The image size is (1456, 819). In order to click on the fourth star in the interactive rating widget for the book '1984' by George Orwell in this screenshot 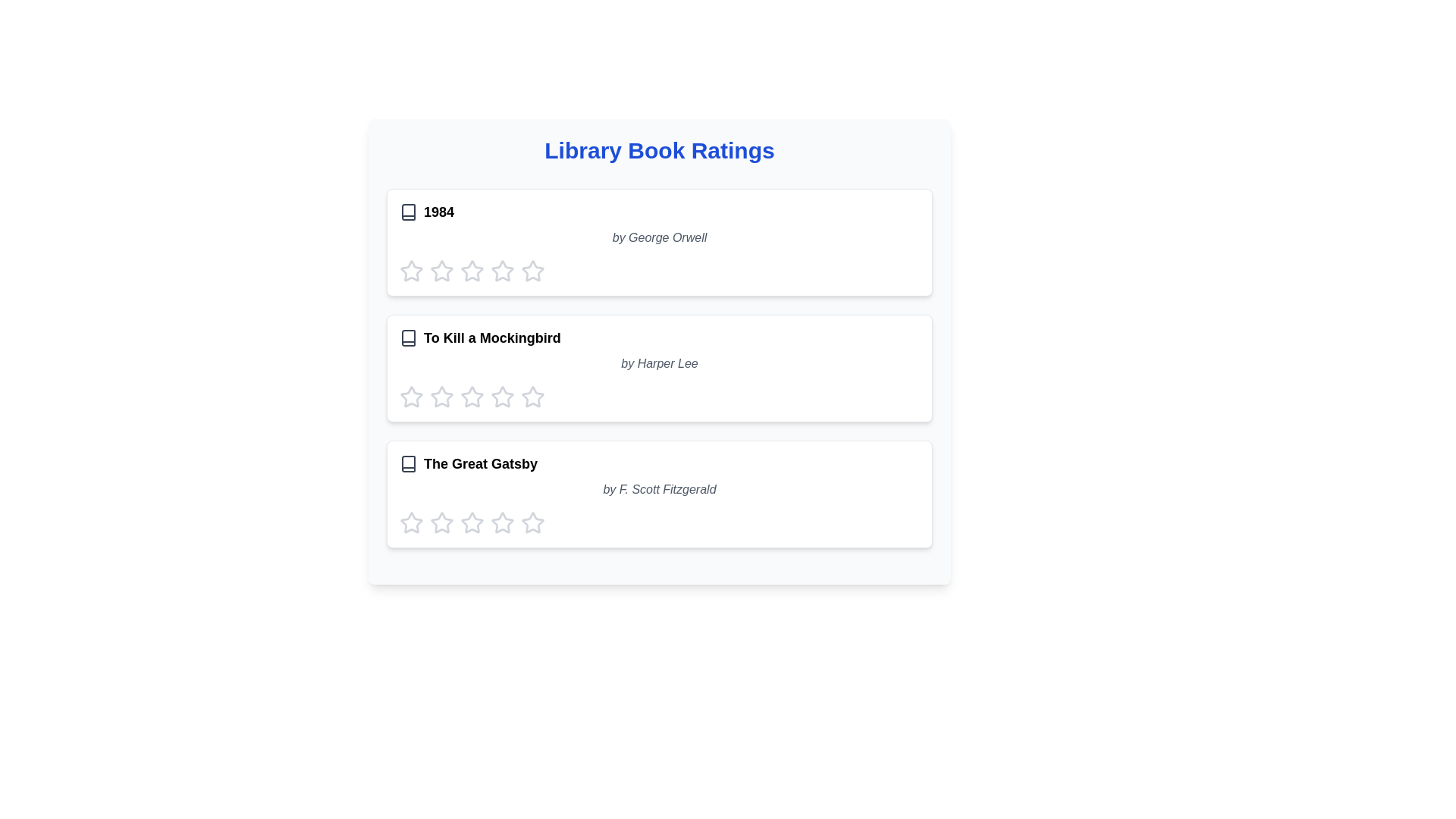, I will do `click(532, 270)`.